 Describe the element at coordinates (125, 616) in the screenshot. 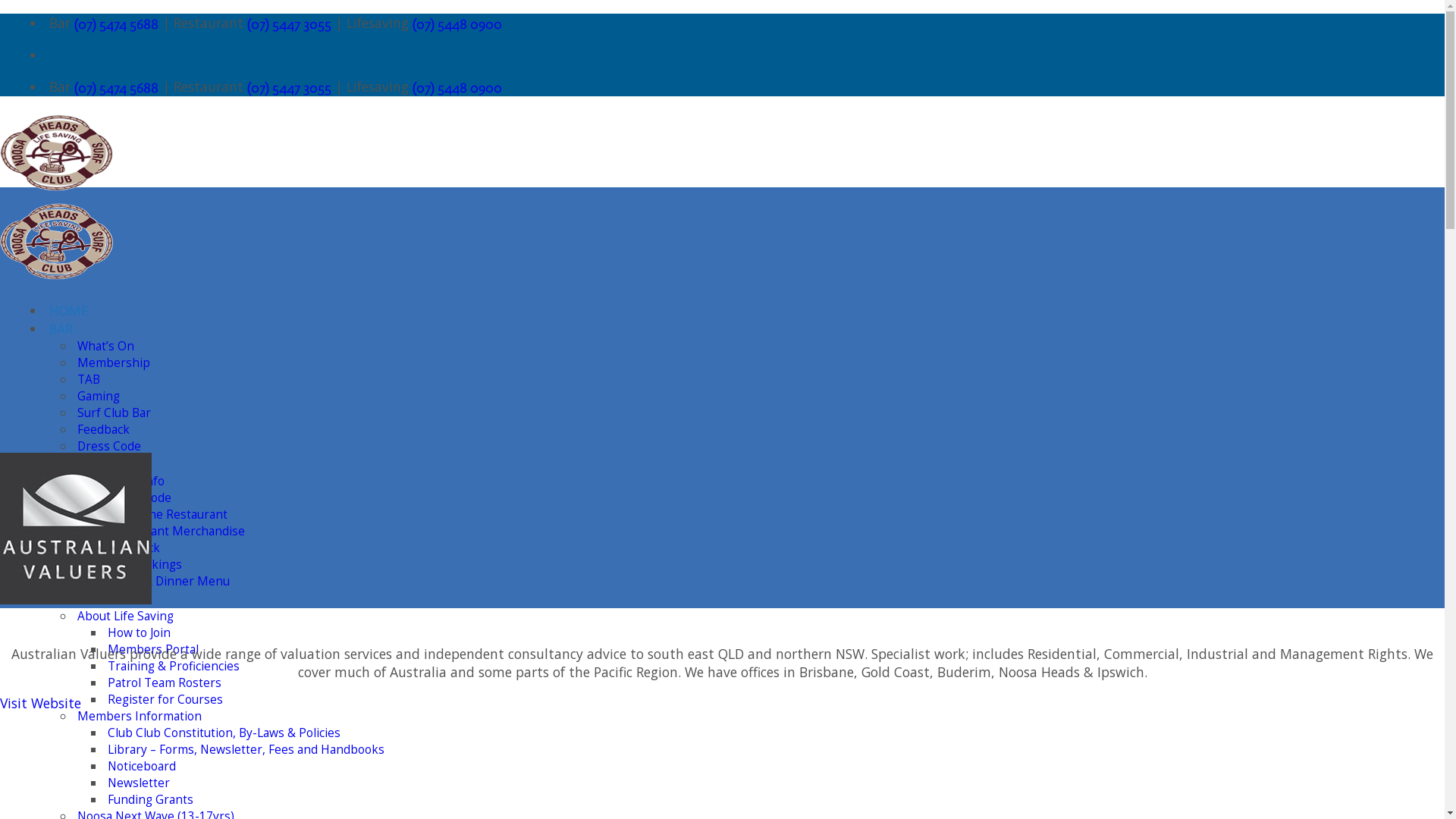

I see `'About Life Saving'` at that location.